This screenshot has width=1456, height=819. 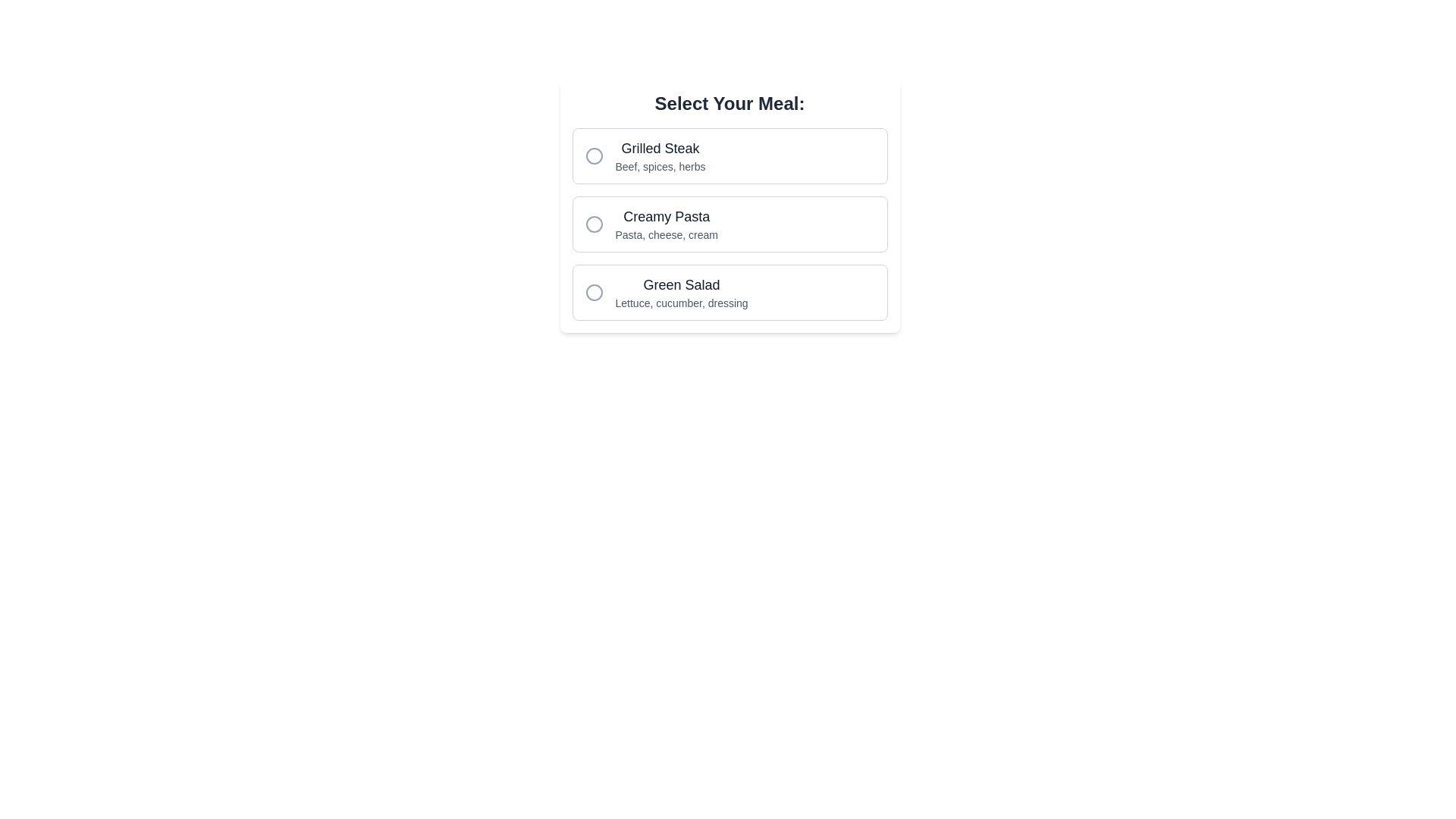 I want to click on the radio button for the meal option in the List of Radio Button Items, so click(x=730, y=224).